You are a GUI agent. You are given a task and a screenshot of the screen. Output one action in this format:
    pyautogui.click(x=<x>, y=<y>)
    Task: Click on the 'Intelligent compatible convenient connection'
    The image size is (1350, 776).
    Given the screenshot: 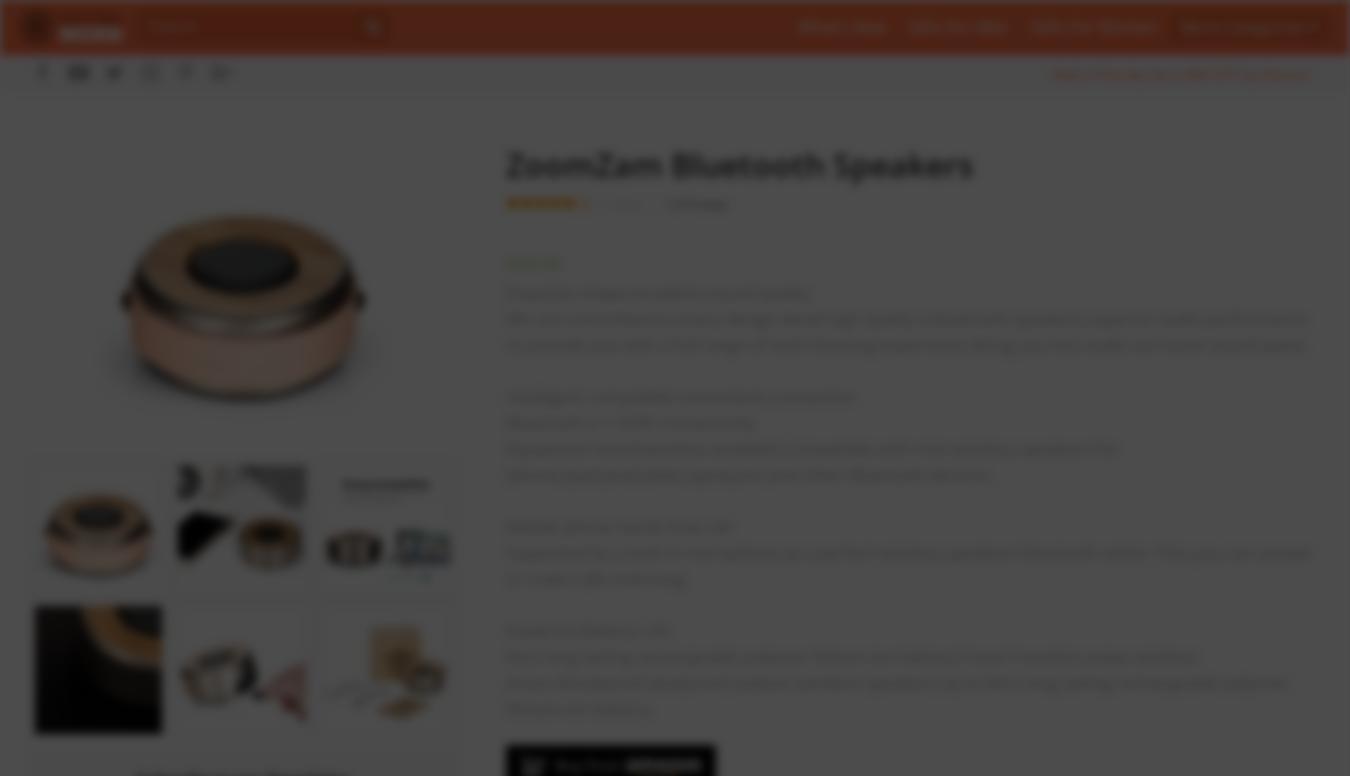 What is the action you would take?
    pyautogui.click(x=678, y=396)
    